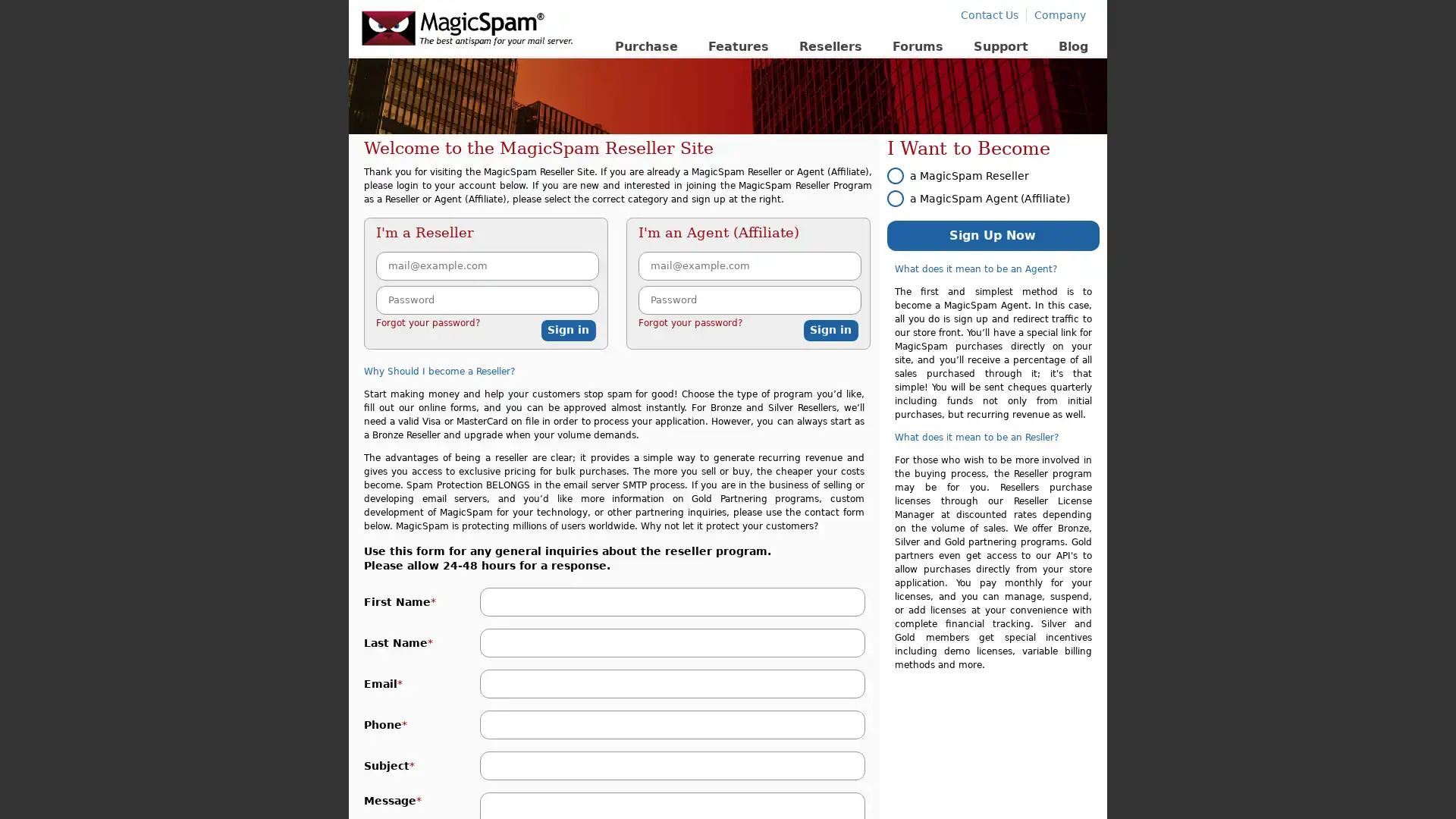 The width and height of the screenshot is (1456, 819). Describe the element at coordinates (566, 329) in the screenshot. I see `Sign in` at that location.